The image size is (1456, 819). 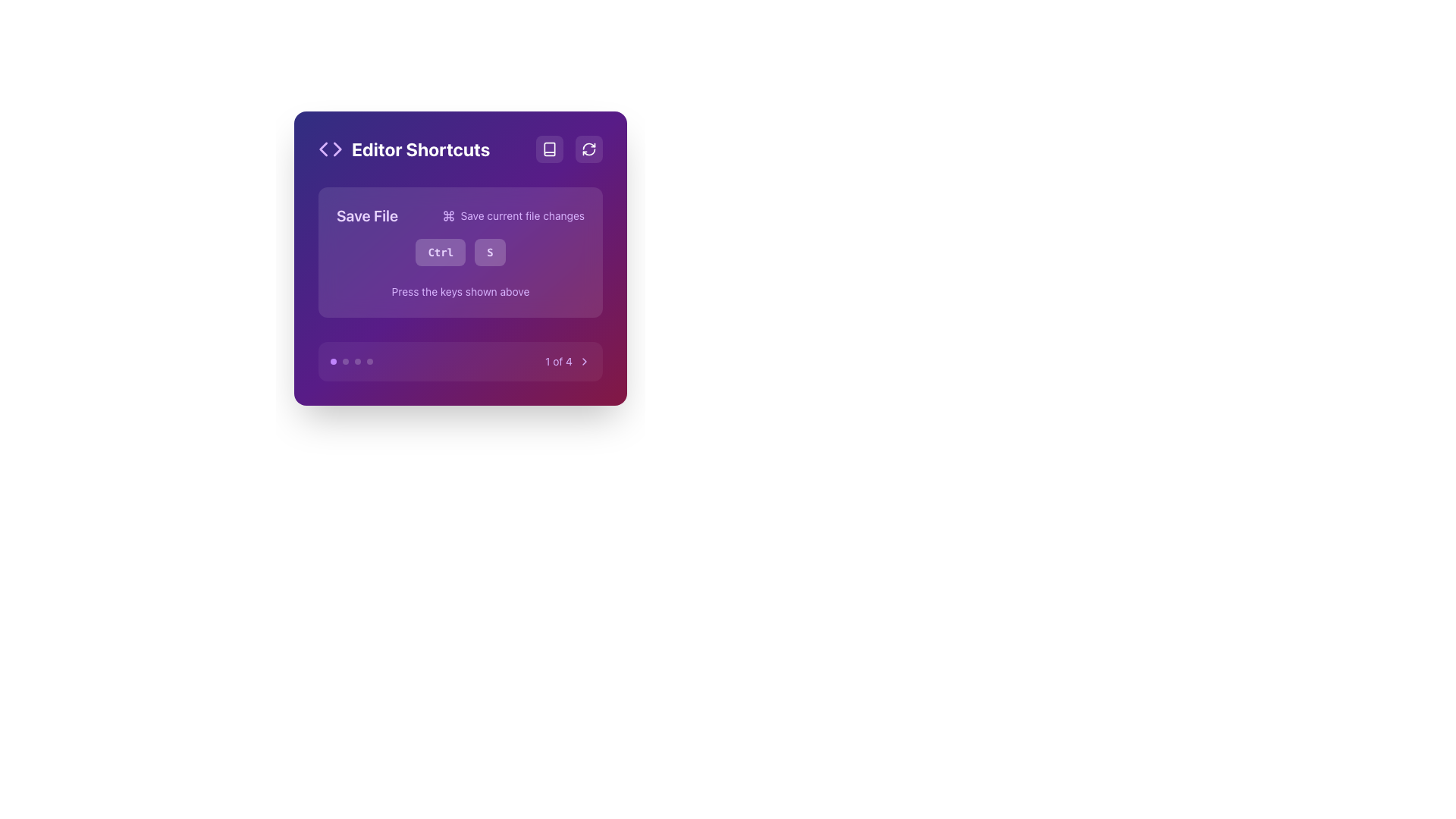 What do you see at coordinates (404, 149) in the screenshot?
I see `the Label with icon that serves as the title of the card, located at the top left of the card adjacent to other icons` at bounding box center [404, 149].